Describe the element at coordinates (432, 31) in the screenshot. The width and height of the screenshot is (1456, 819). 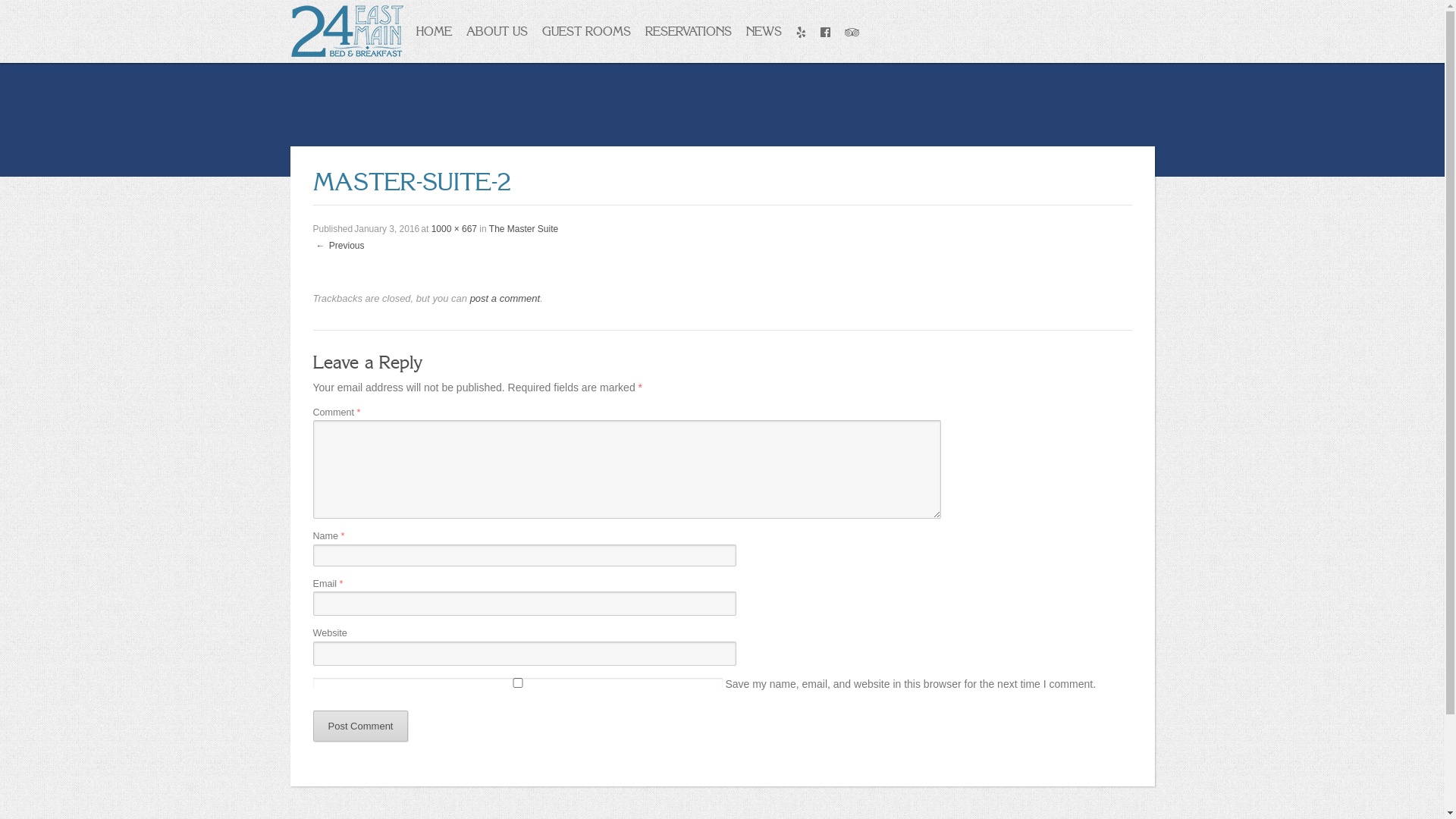
I see `'HOME'` at that location.